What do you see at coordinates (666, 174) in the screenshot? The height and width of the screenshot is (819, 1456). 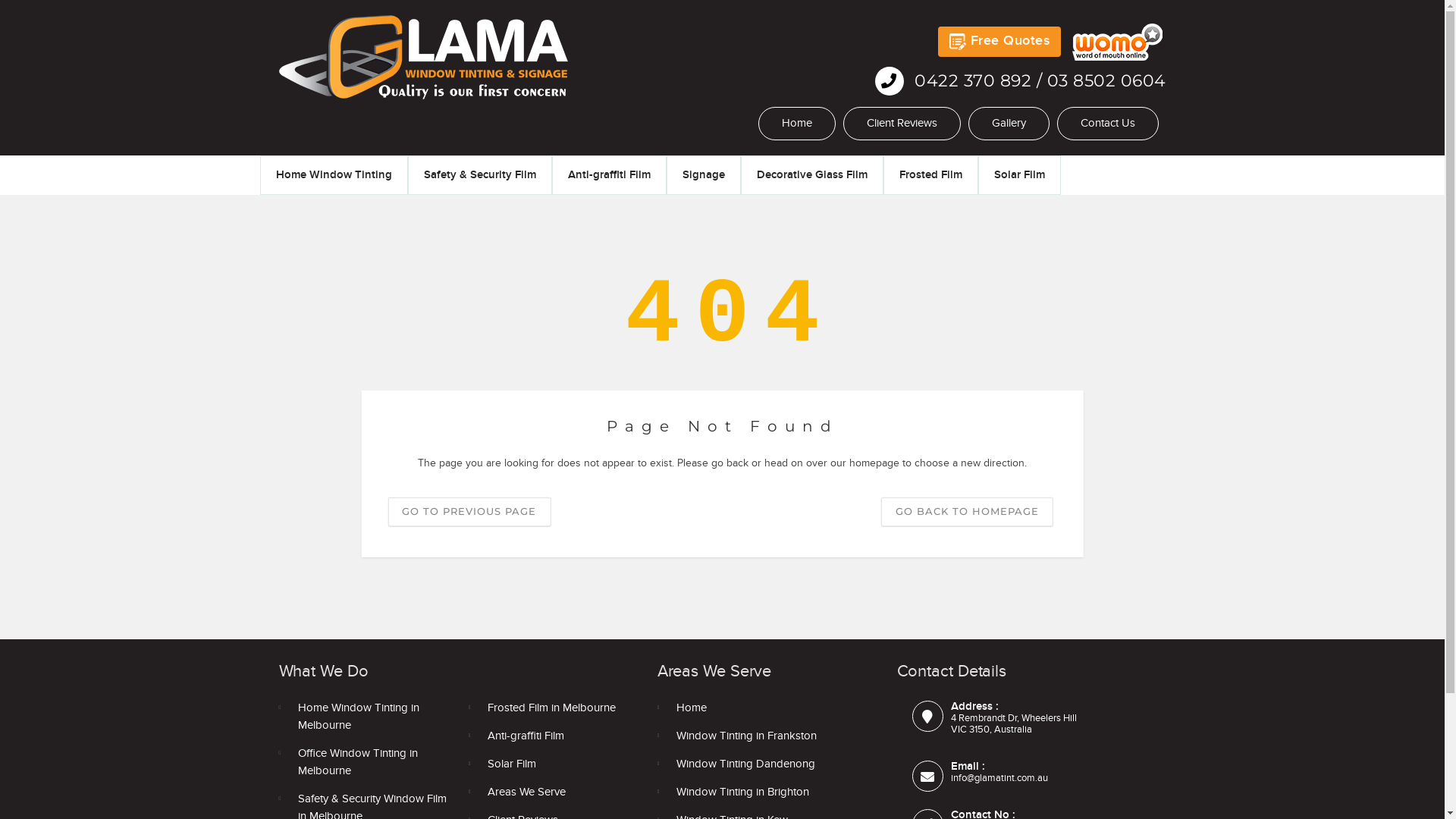 I see `'Signage'` at bounding box center [666, 174].